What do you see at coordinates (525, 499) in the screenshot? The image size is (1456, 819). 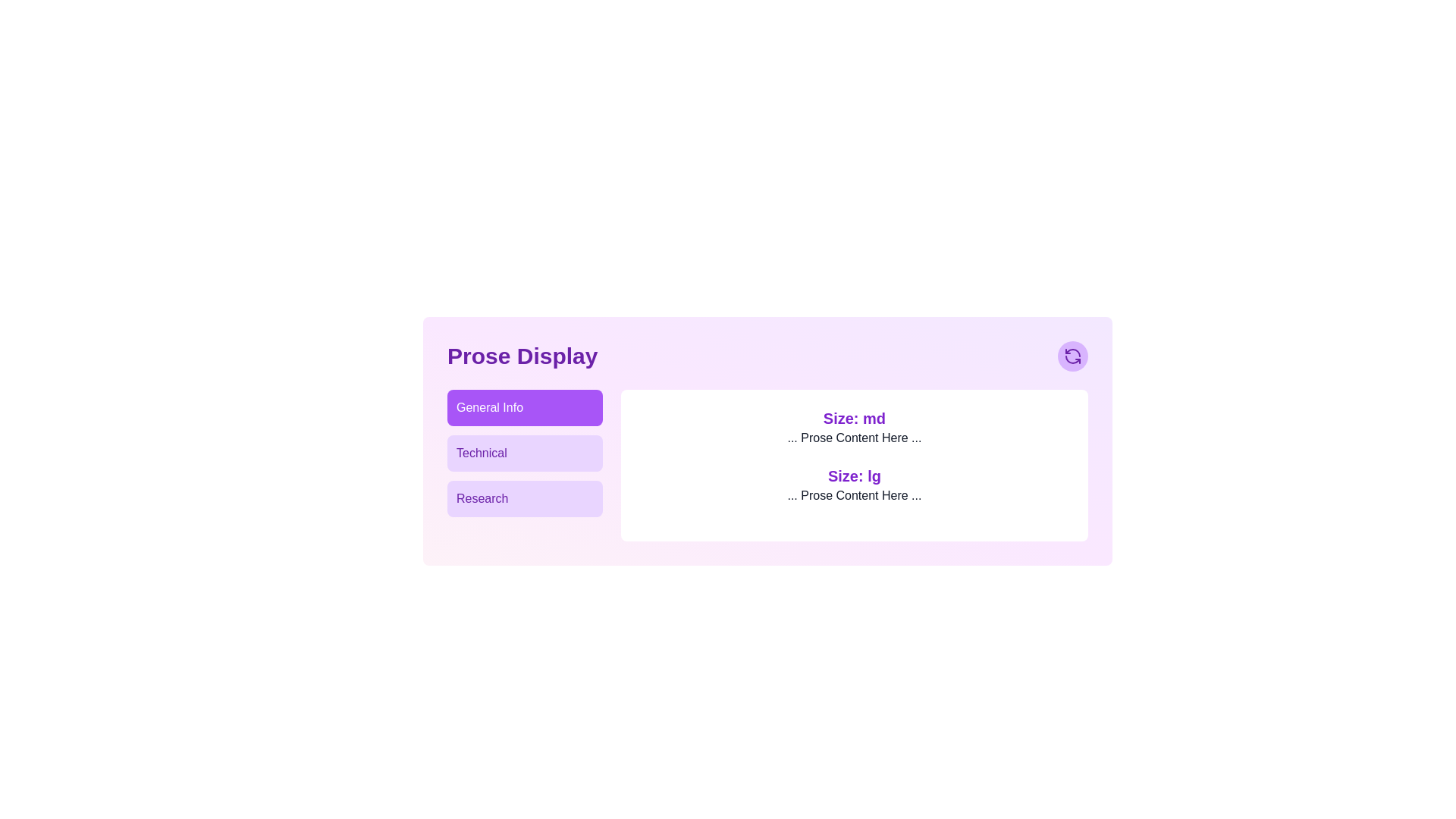 I see `the 'Research' button, which is the third button in the vertical group under 'Prose Display'` at bounding box center [525, 499].